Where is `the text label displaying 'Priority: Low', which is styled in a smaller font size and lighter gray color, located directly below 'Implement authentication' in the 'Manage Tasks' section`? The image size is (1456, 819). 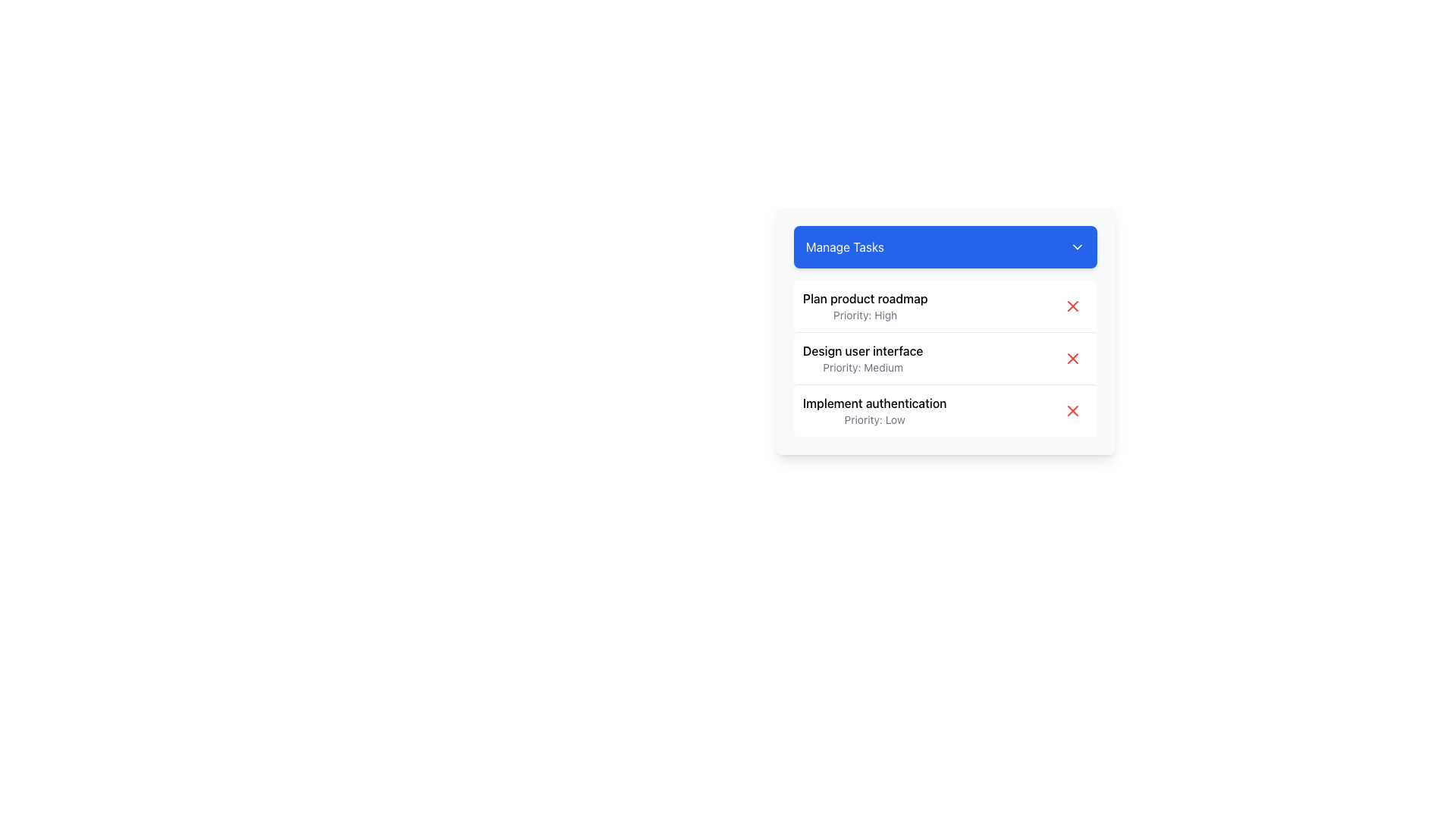
the text label displaying 'Priority: Low', which is styled in a smaller font size and lighter gray color, located directly below 'Implement authentication' in the 'Manage Tasks' section is located at coordinates (874, 420).